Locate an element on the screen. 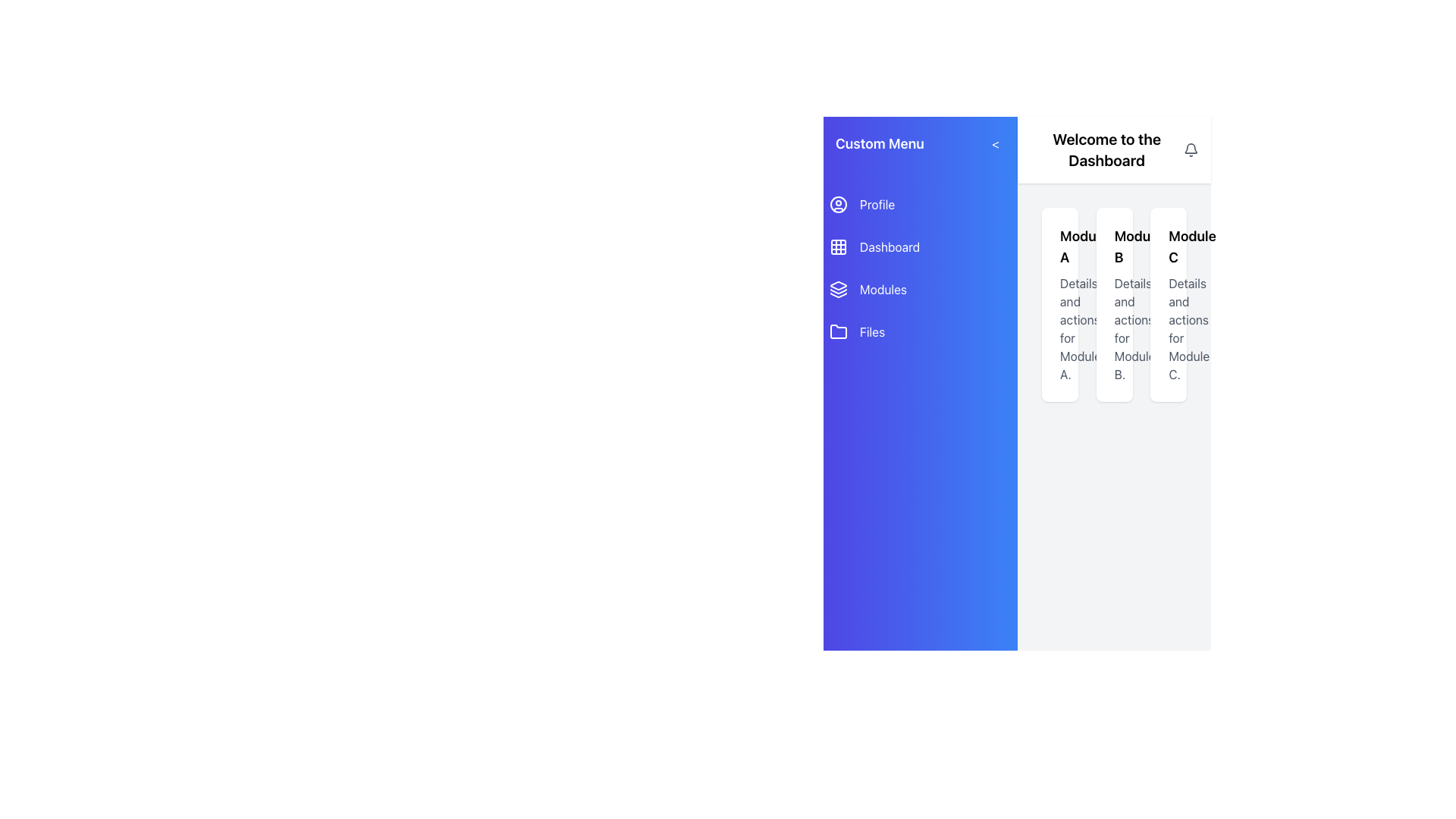 The width and height of the screenshot is (1456, 819). the folder icon located before the 'Files' label in the left panel menu for navigation purposes is located at coordinates (837, 331).